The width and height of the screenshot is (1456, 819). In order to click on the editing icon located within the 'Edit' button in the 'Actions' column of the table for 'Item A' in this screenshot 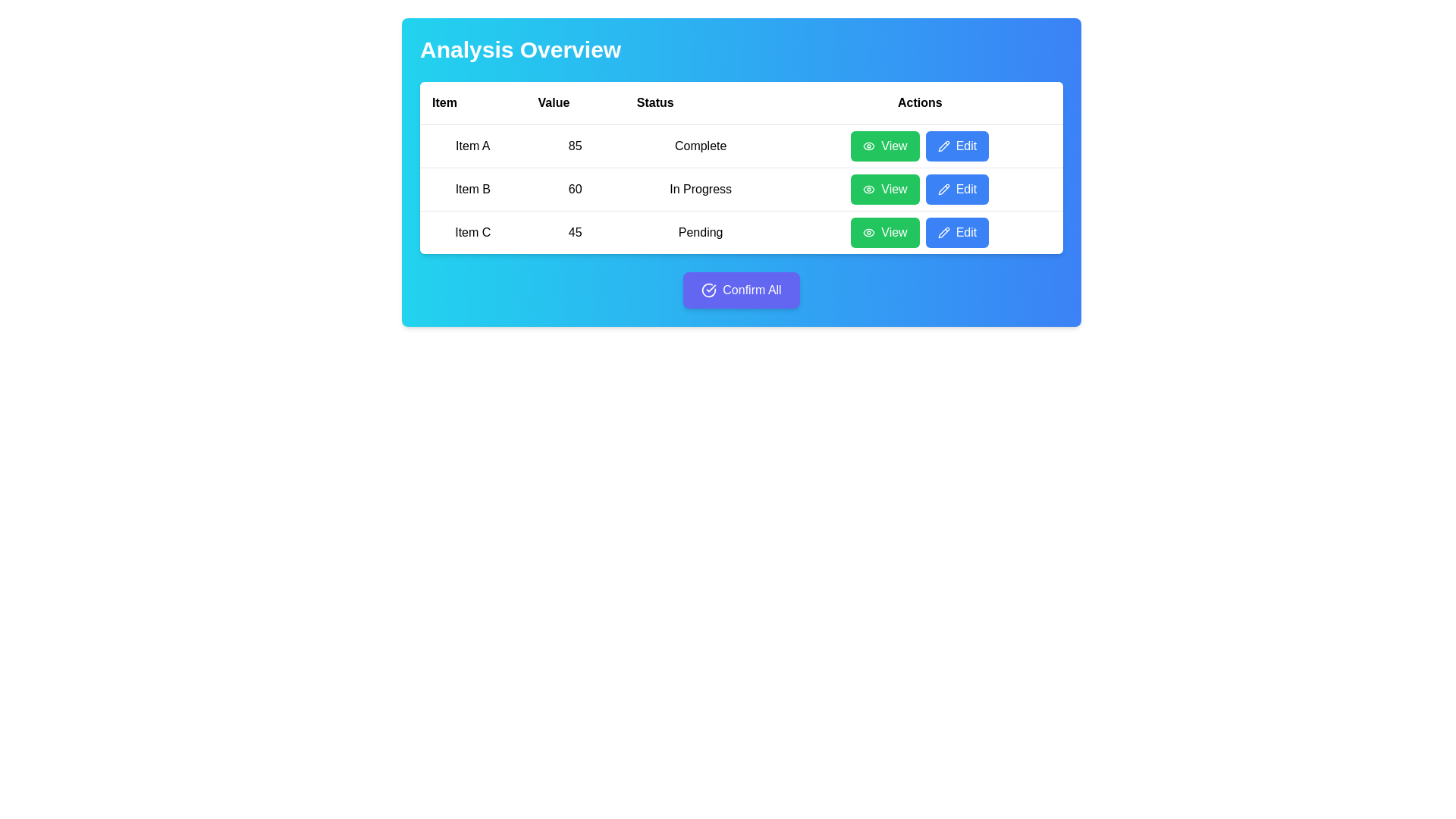, I will do `click(943, 146)`.